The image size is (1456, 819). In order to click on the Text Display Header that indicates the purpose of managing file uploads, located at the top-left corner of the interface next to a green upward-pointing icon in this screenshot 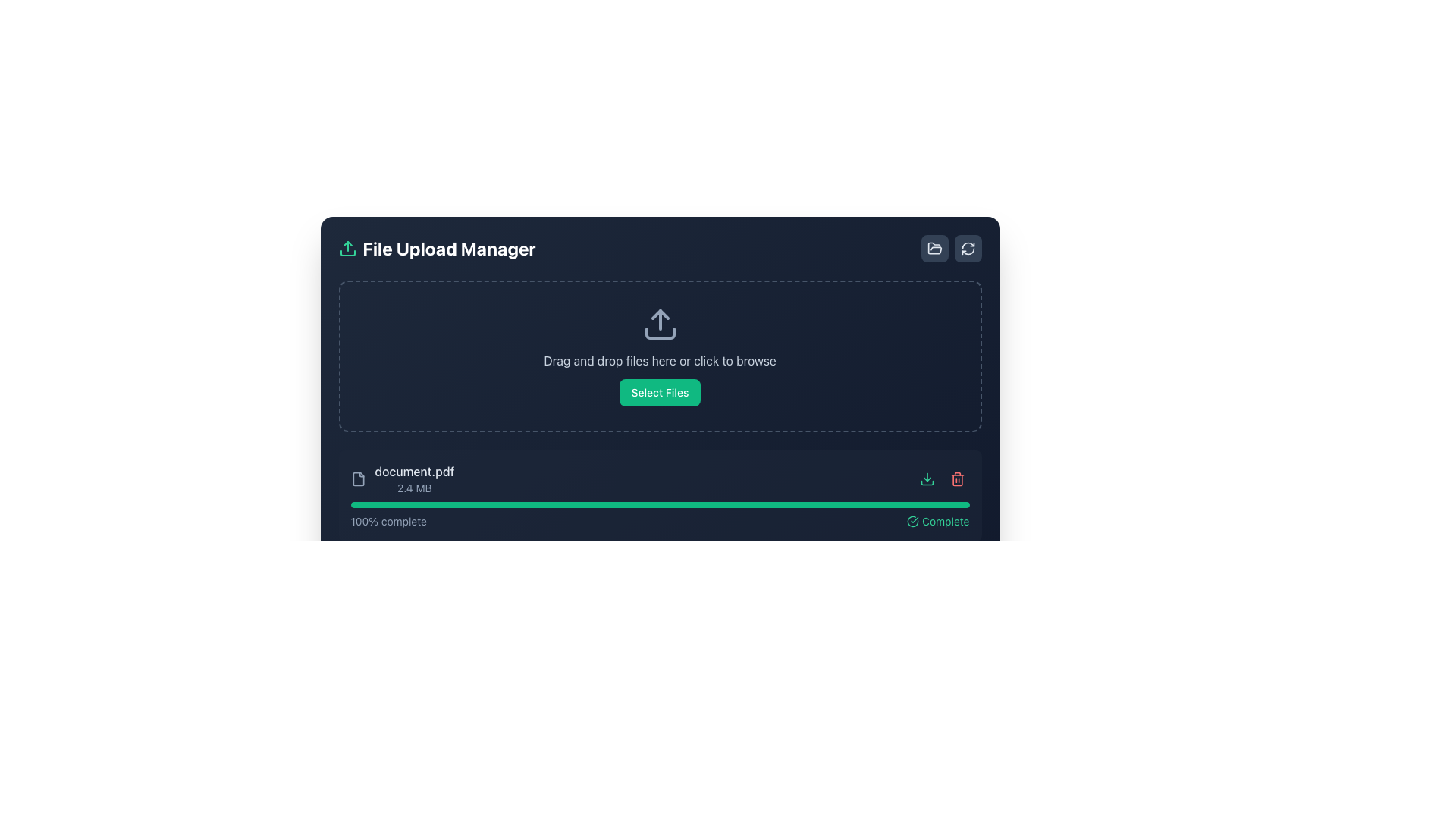, I will do `click(436, 247)`.